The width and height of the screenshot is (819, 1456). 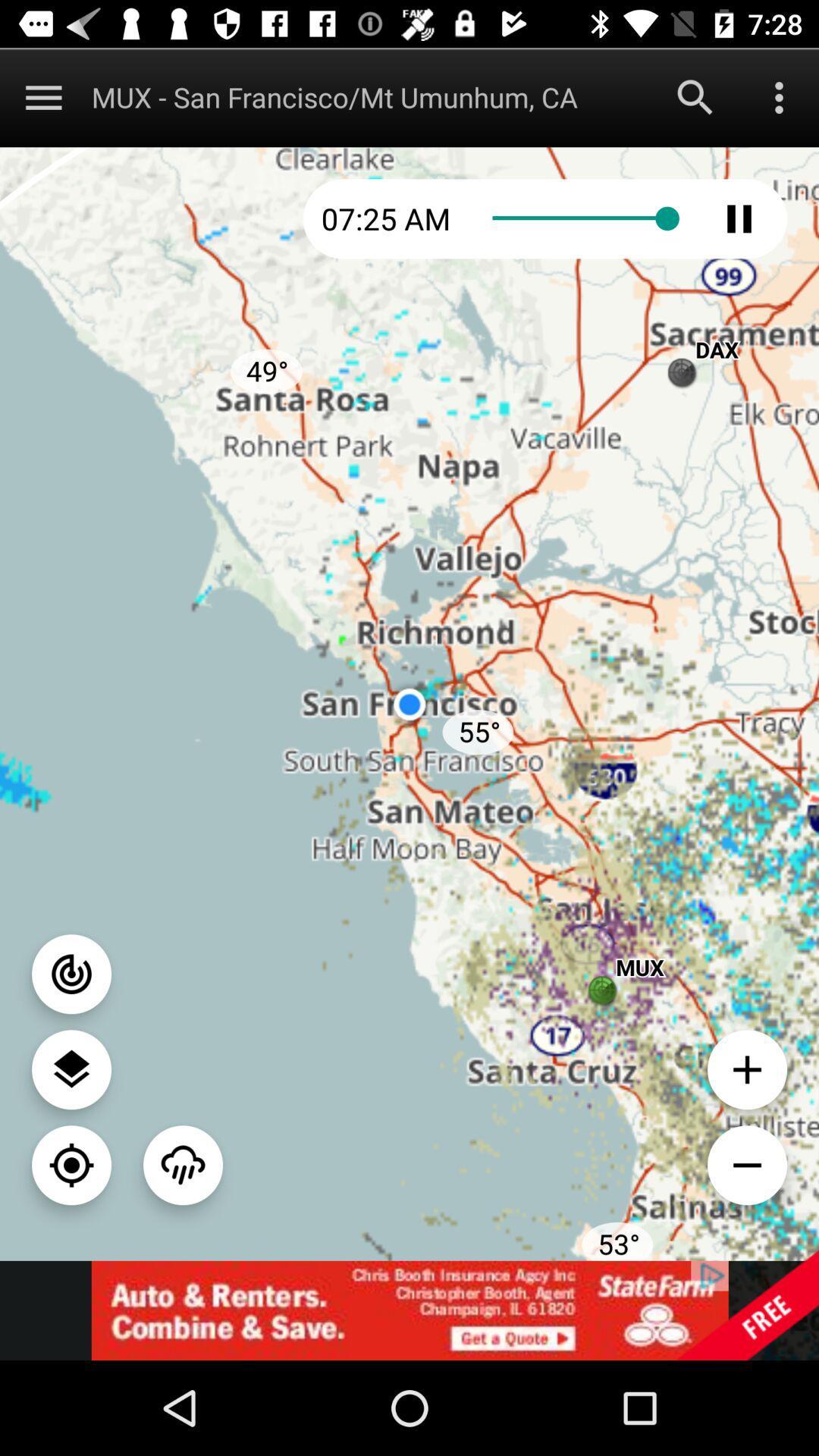 I want to click on the pause icon, so click(x=739, y=218).